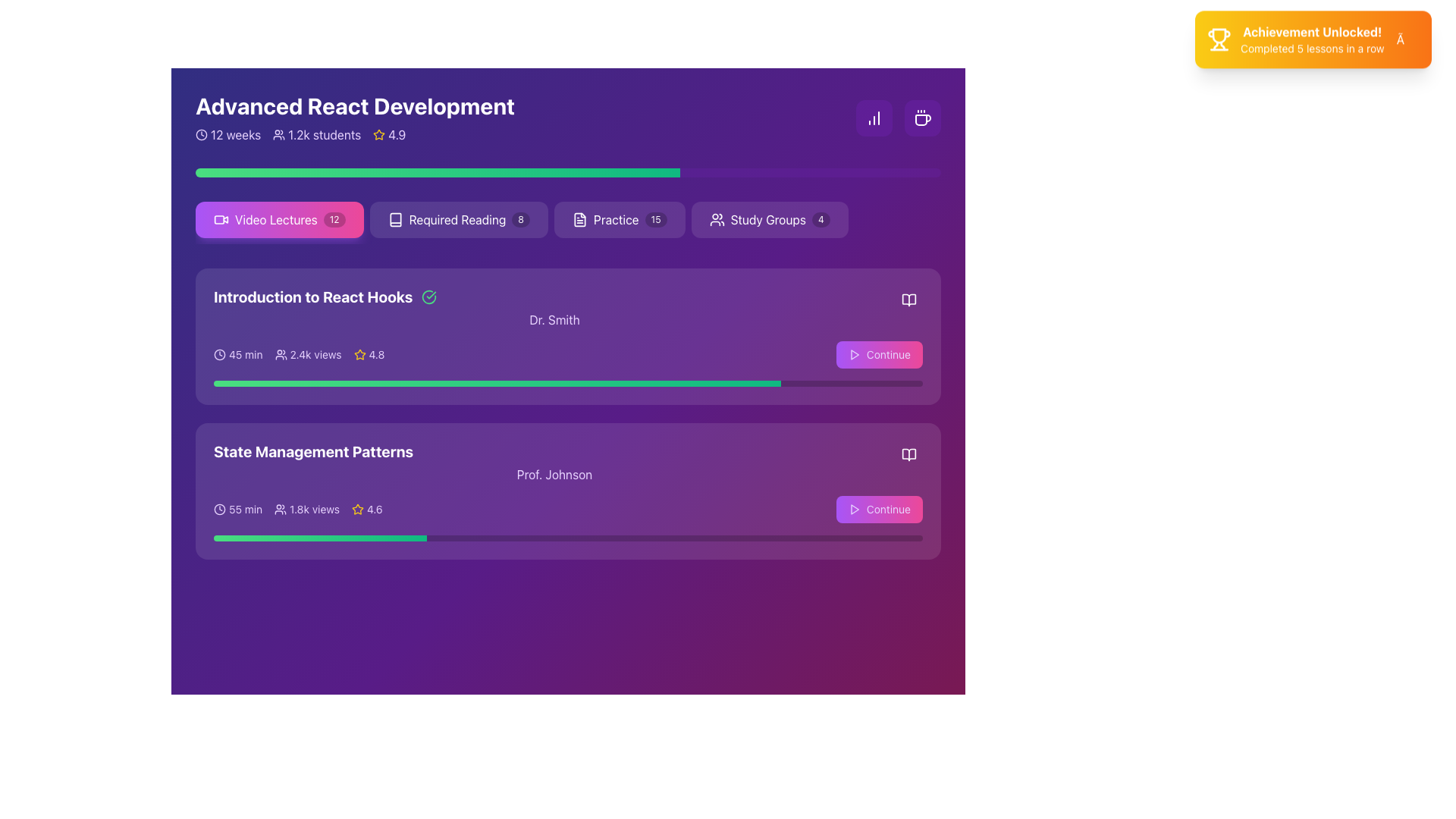  I want to click on the Icon Button located in the top-right corner of the main application interface, which indicates breaks or leisure activities, so click(922, 117).